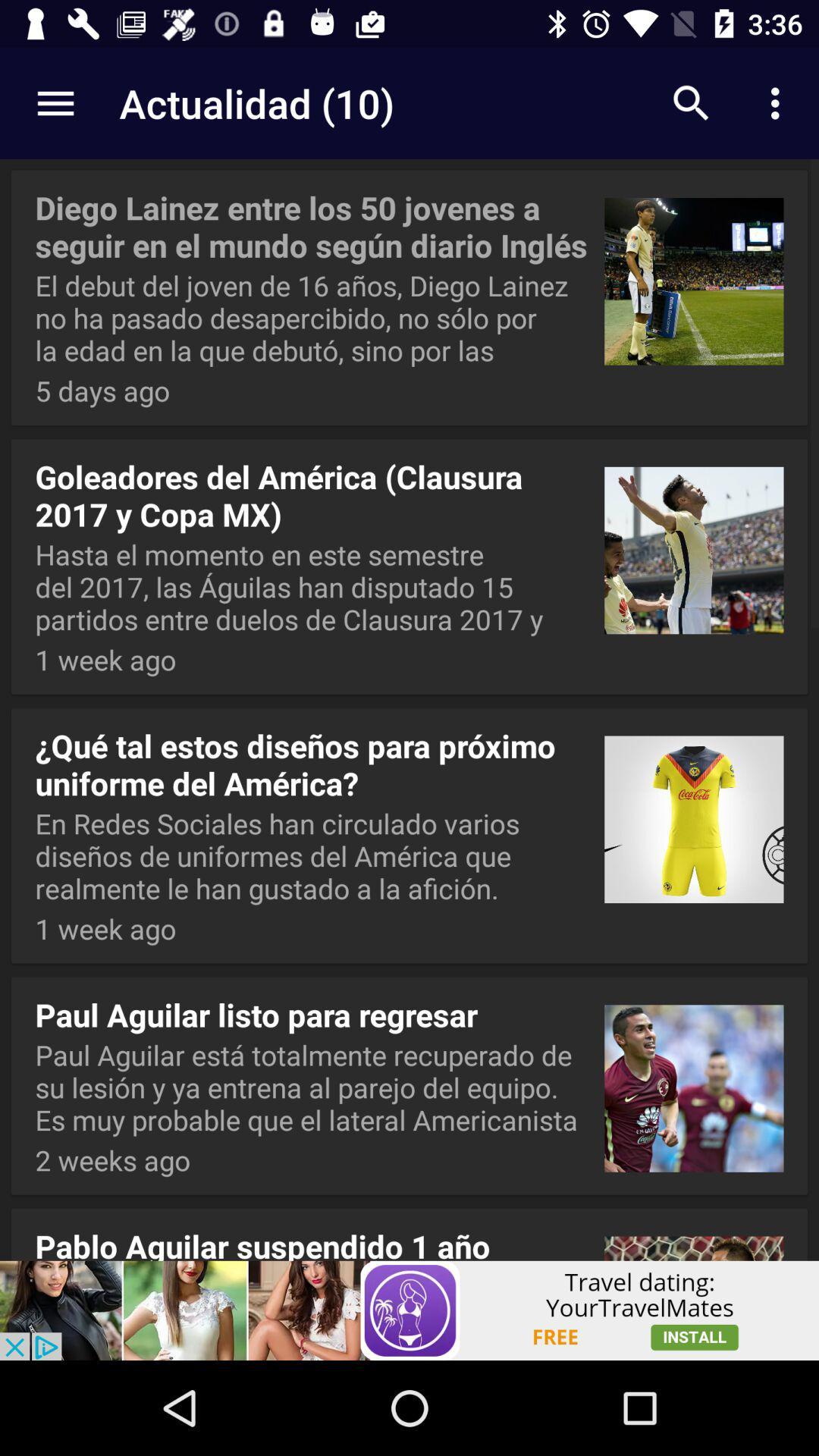  I want to click on the second image of the page, so click(694, 544).